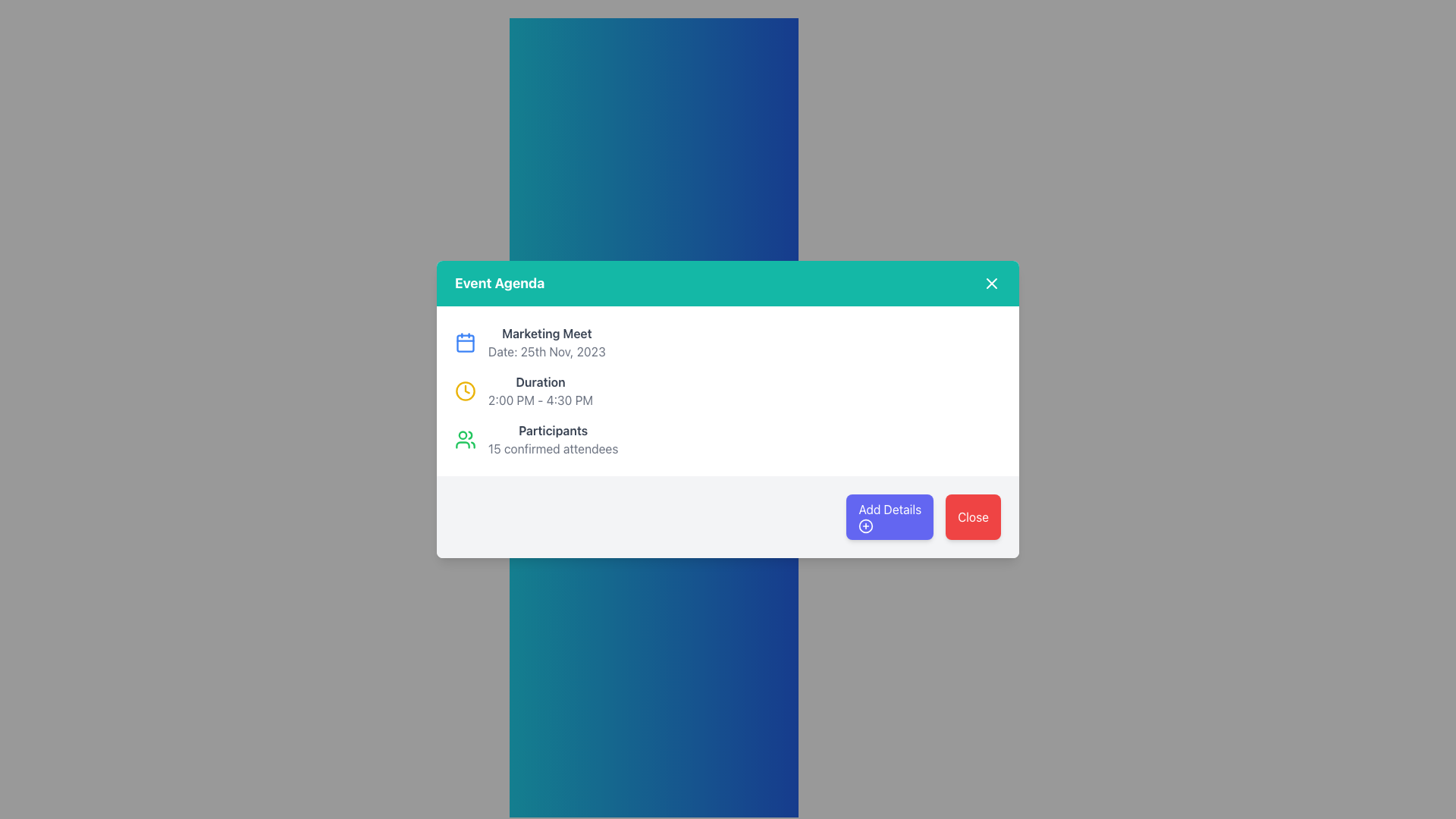 Image resolution: width=1456 pixels, height=819 pixels. I want to click on the circular icon with a '+' symbol centered inside it, which is part of the 'Add Details' button located at the bottom right of the content card, so click(866, 526).